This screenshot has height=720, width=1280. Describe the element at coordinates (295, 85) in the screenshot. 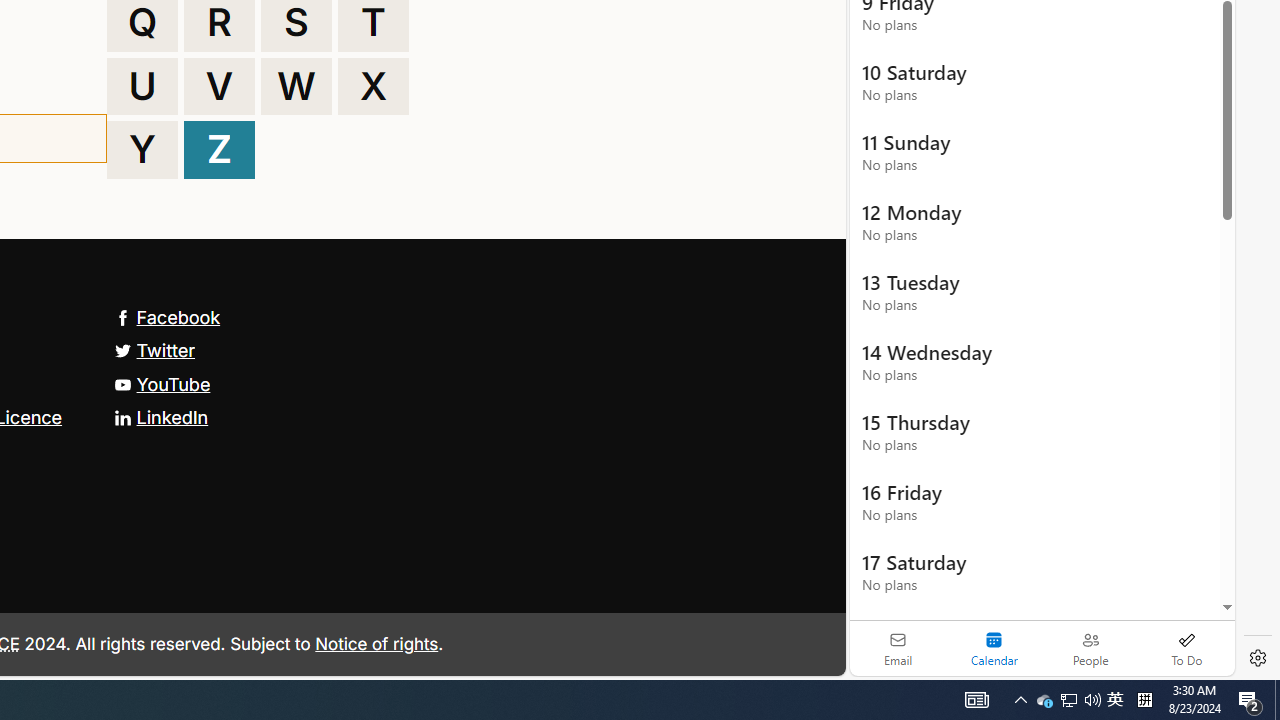

I see `'W'` at that location.